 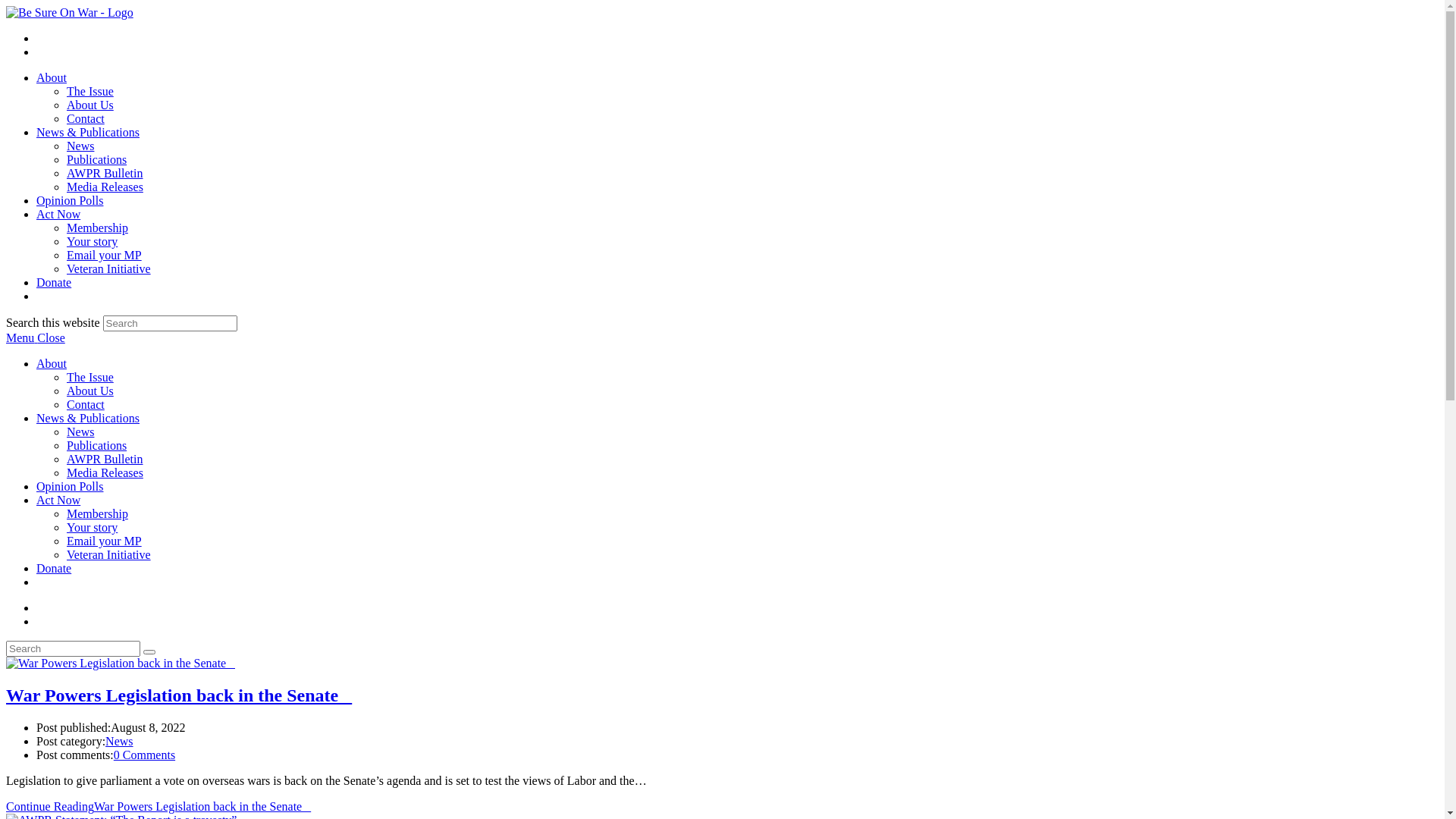 I want to click on 'Contact', so click(x=85, y=118).